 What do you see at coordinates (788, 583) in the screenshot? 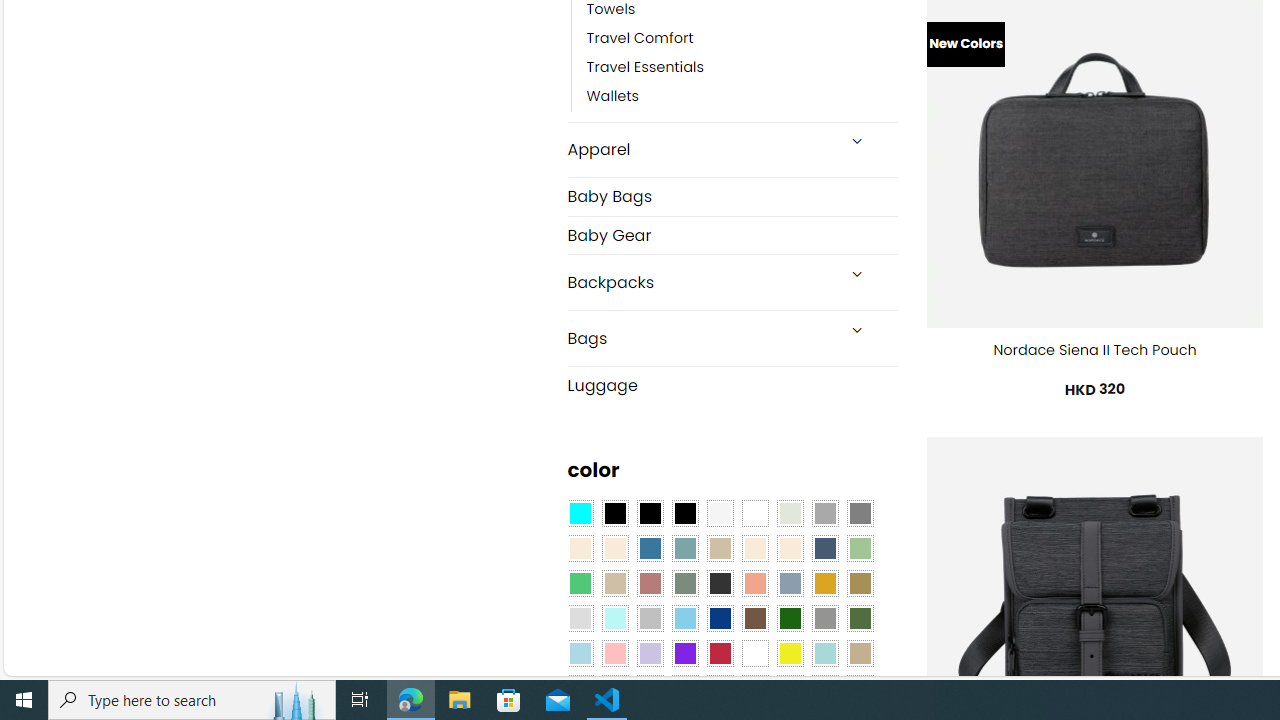
I see `'Dusty Blue'` at bounding box center [788, 583].